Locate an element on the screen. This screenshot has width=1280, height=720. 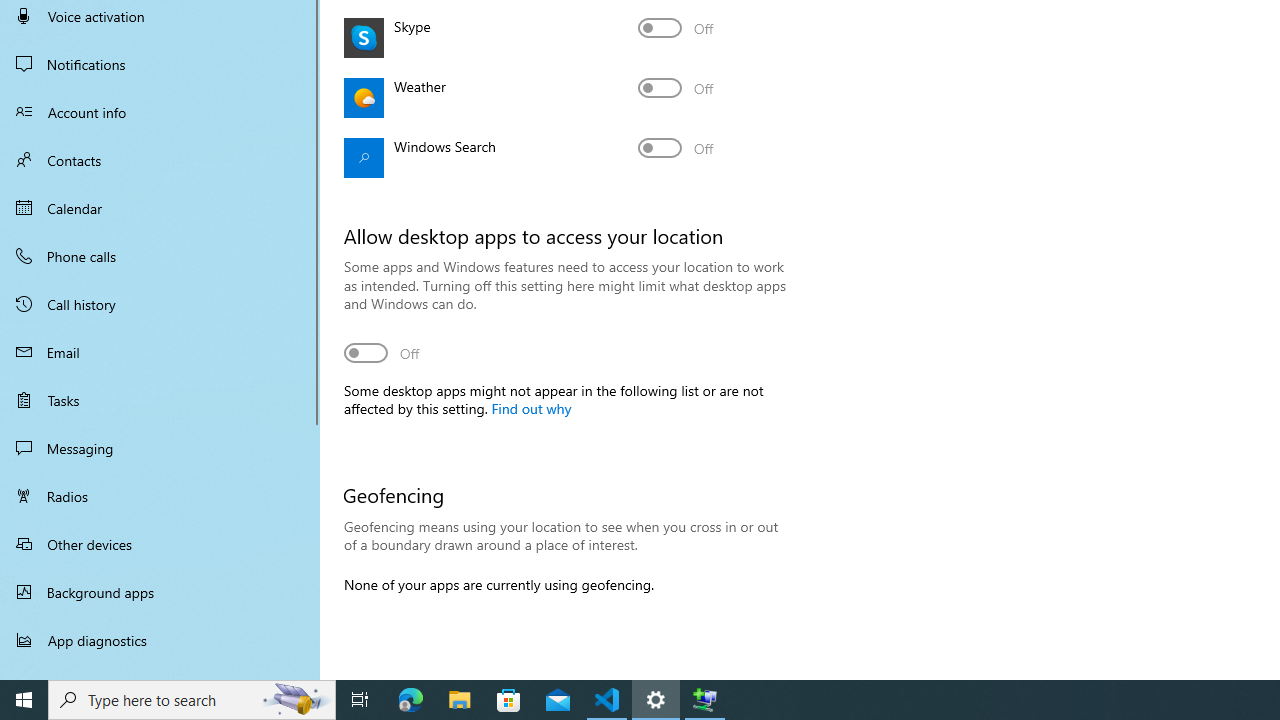
'Contacts' is located at coordinates (160, 159).